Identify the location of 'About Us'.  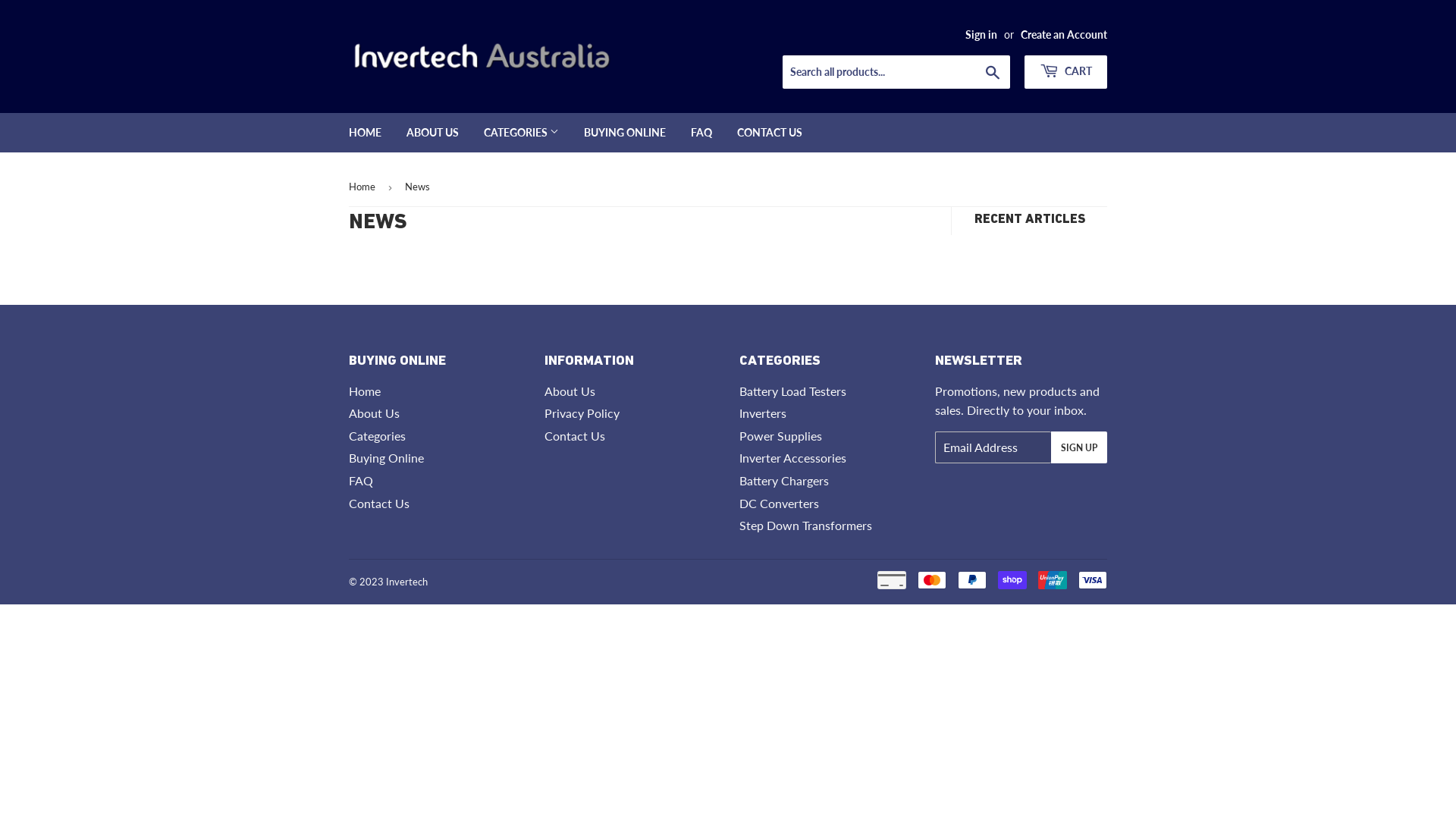
(348, 413).